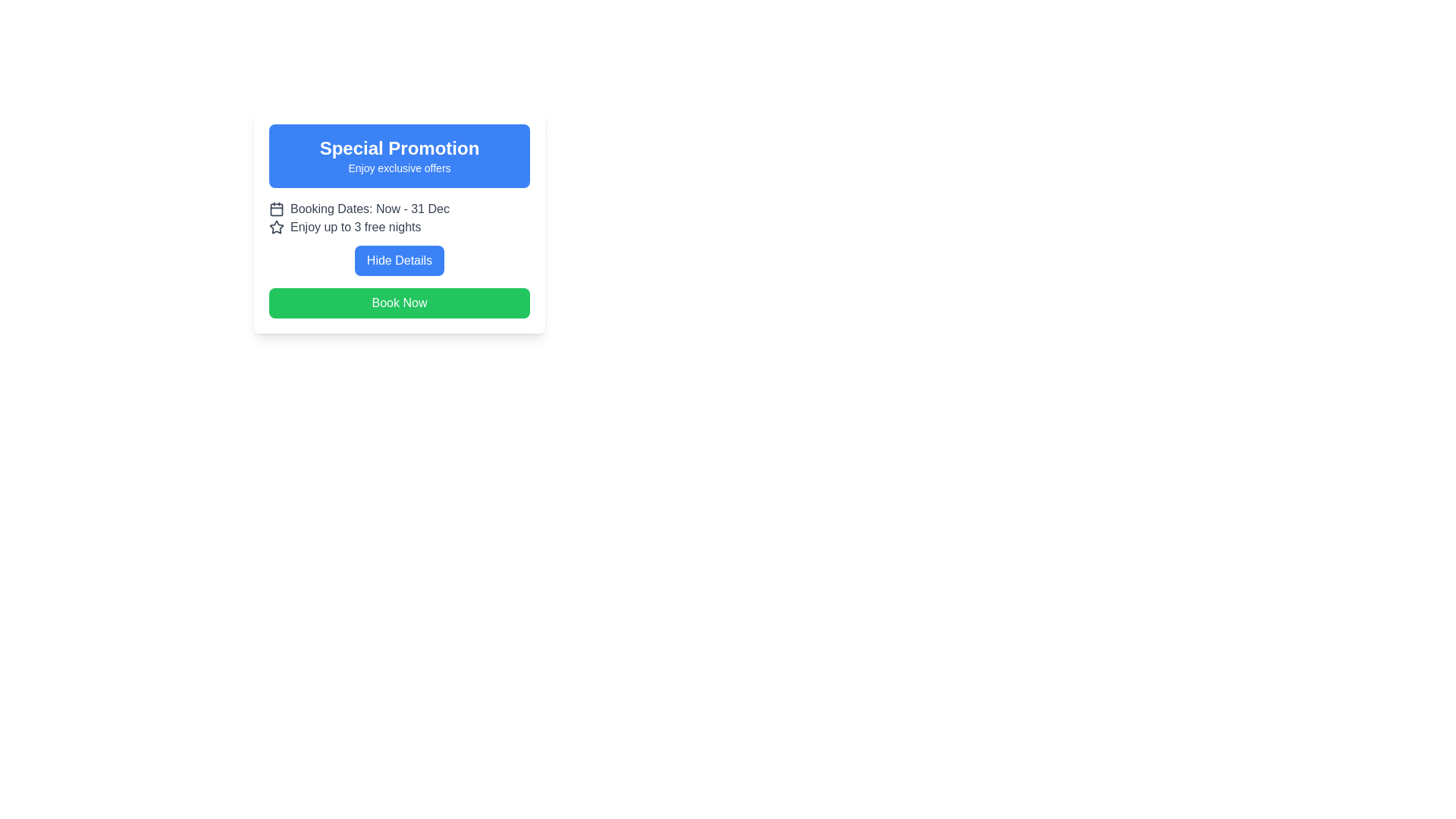 This screenshot has width=1456, height=819. What do you see at coordinates (400, 303) in the screenshot?
I see `the green 'Book Now' button with rounded corners located at the bottom of the promotional card to initiate booking` at bounding box center [400, 303].